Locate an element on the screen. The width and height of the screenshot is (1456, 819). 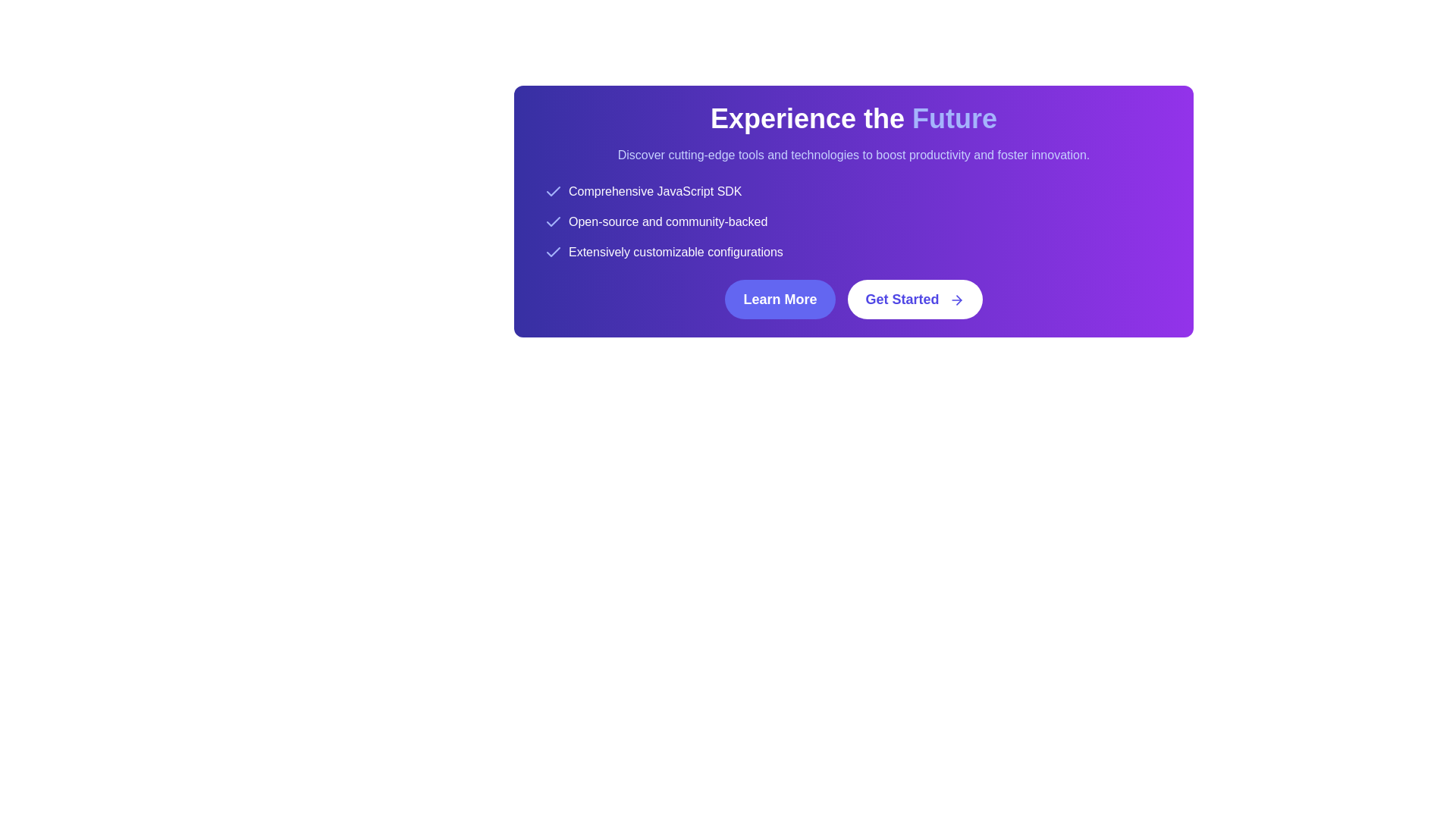
the 'Learn More' button with rounded corners and indigo blue background to observe its hover effects is located at coordinates (780, 299).